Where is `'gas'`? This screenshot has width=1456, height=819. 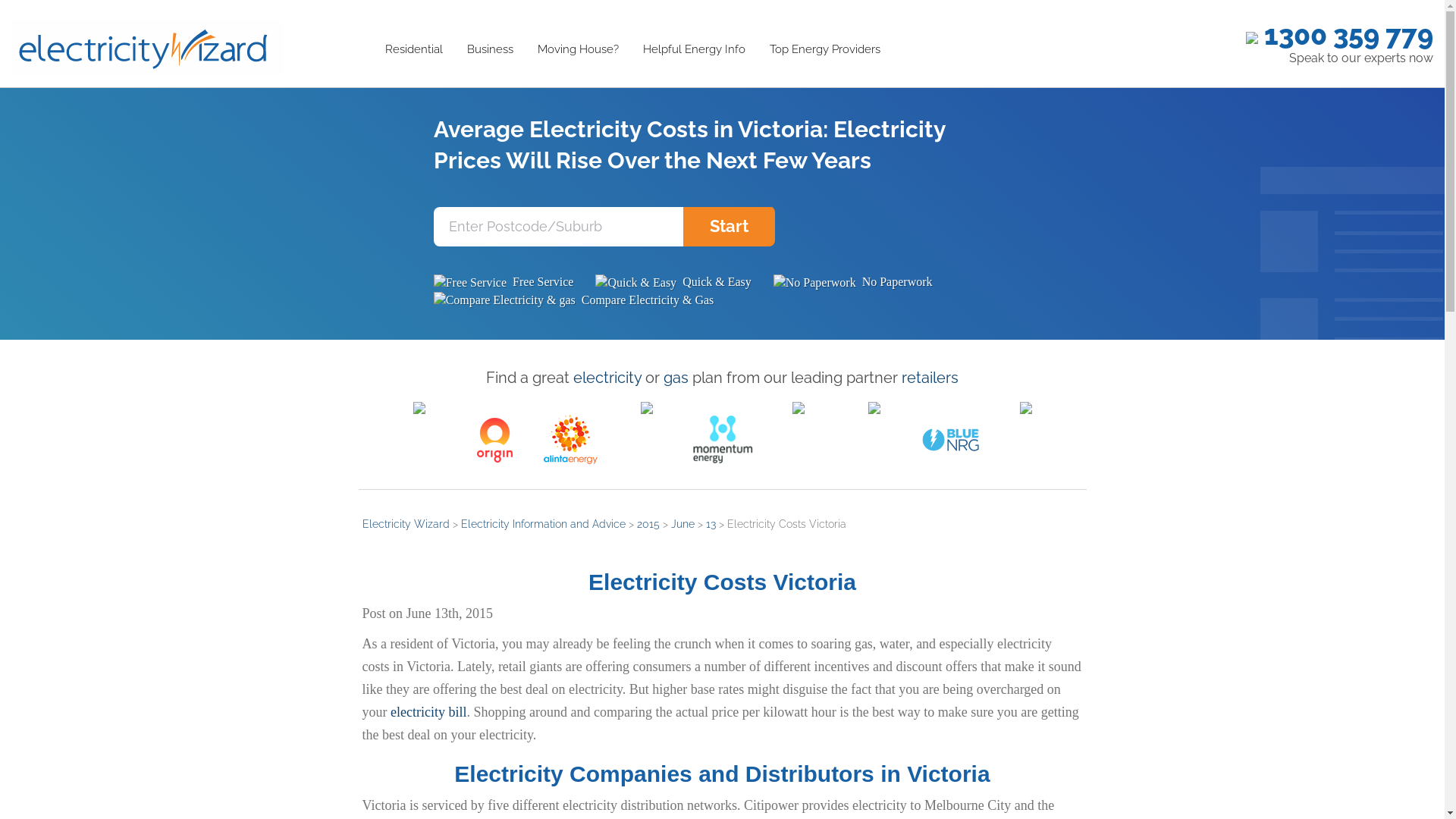
'gas' is located at coordinates (675, 376).